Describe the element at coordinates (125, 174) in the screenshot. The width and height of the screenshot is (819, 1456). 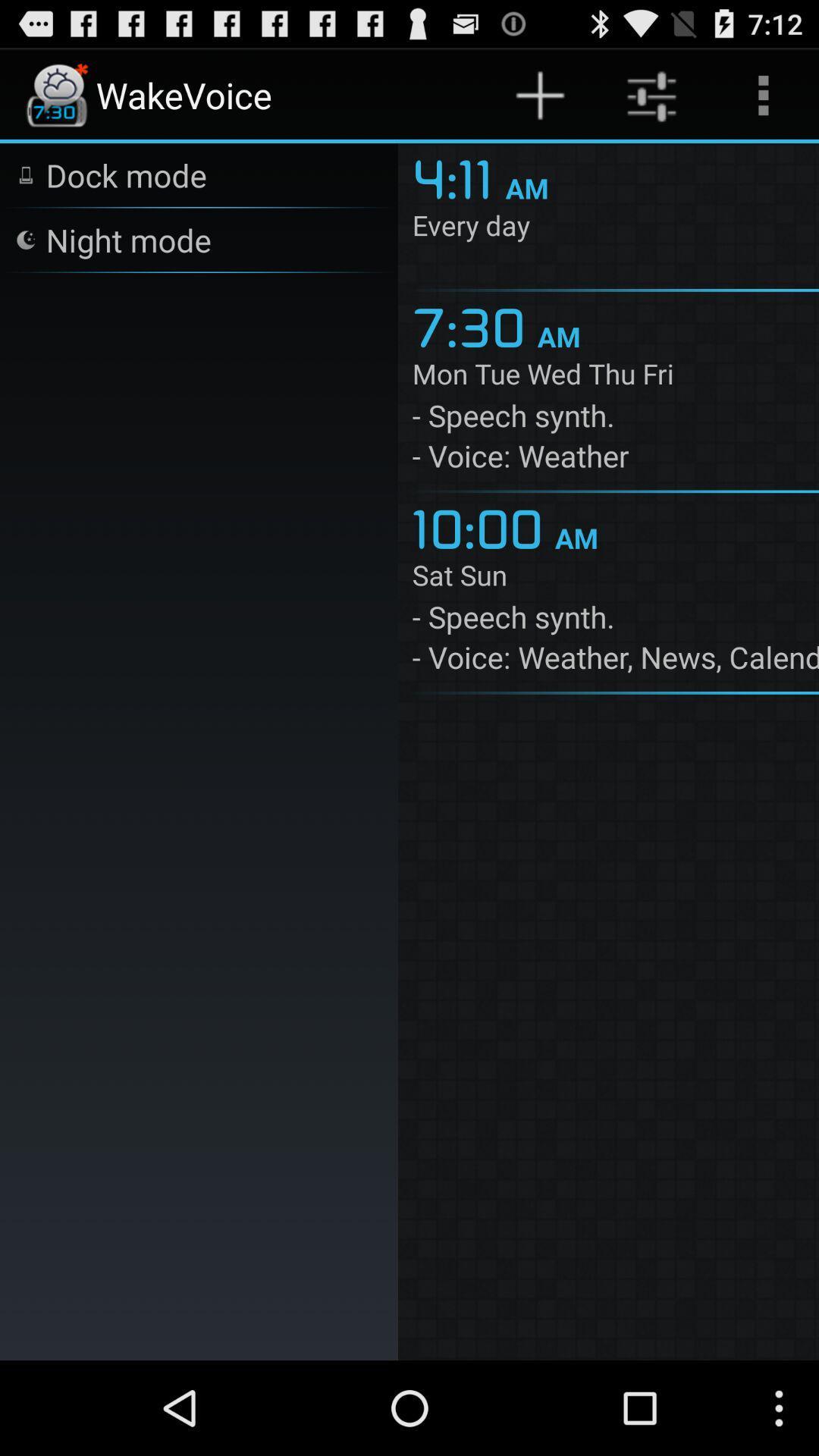
I see `the icon above night mode item` at that location.